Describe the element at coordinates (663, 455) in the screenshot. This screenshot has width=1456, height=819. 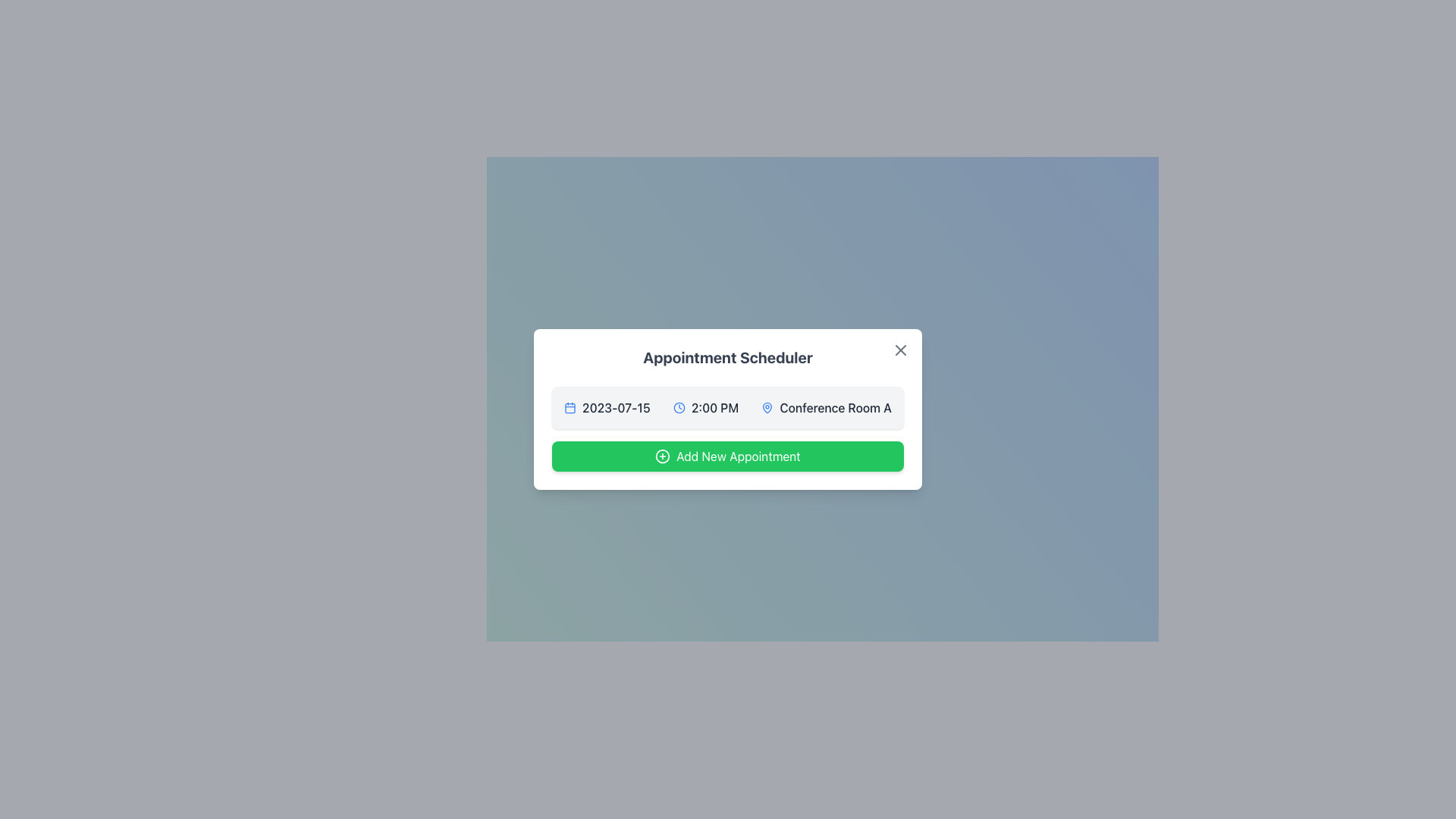
I see `the circular icon with a plus sign in the center, which is styled with a green stroke and located inside the 'Add New Appointment' button at the bottom of the modal dialog box` at that location.